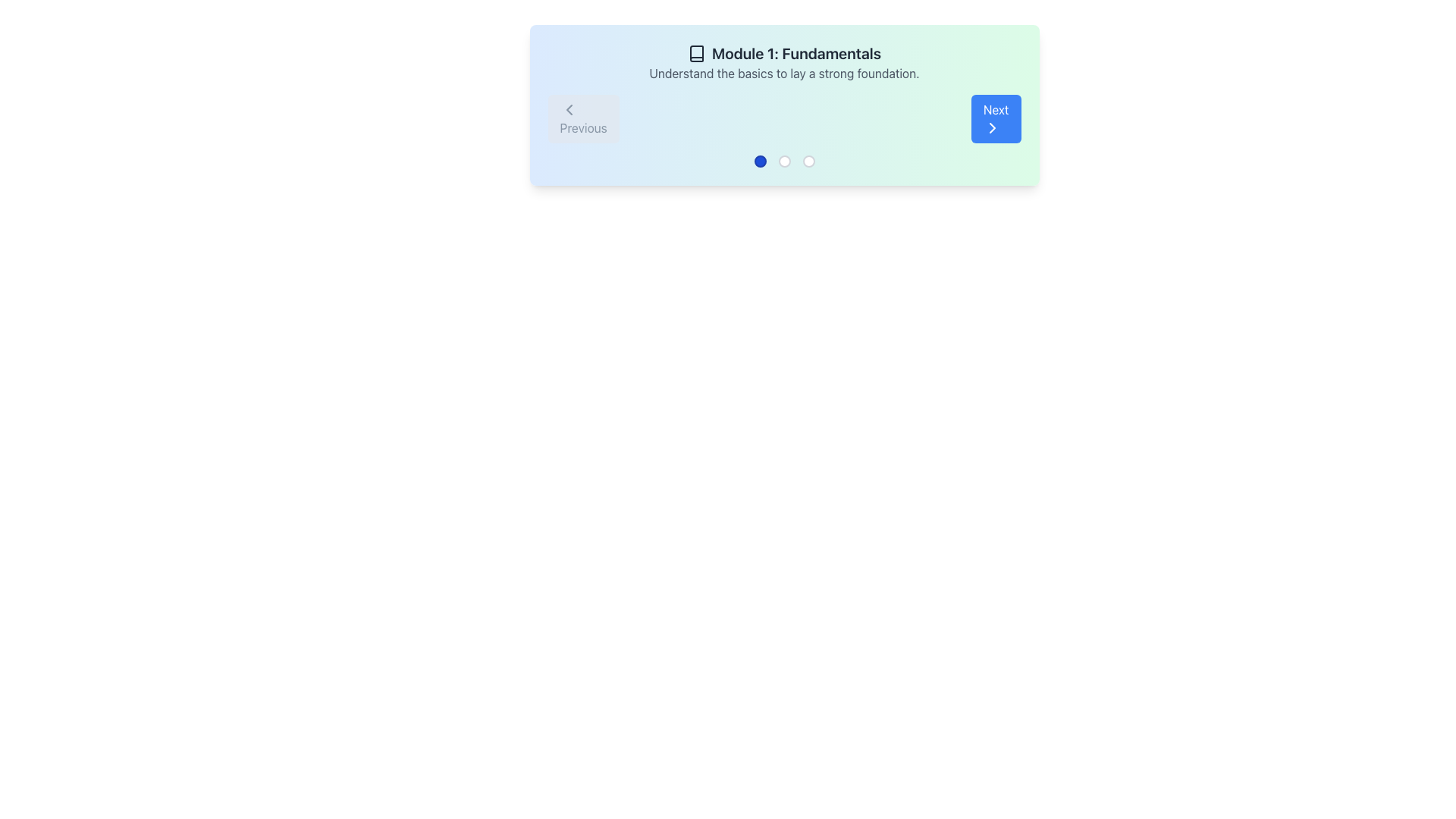 The width and height of the screenshot is (1456, 819). What do you see at coordinates (760, 161) in the screenshot?
I see `the first circular Indicator Dot with a blue background and border, located near the center of the interface in a horizontal arrangement beneath a module title` at bounding box center [760, 161].